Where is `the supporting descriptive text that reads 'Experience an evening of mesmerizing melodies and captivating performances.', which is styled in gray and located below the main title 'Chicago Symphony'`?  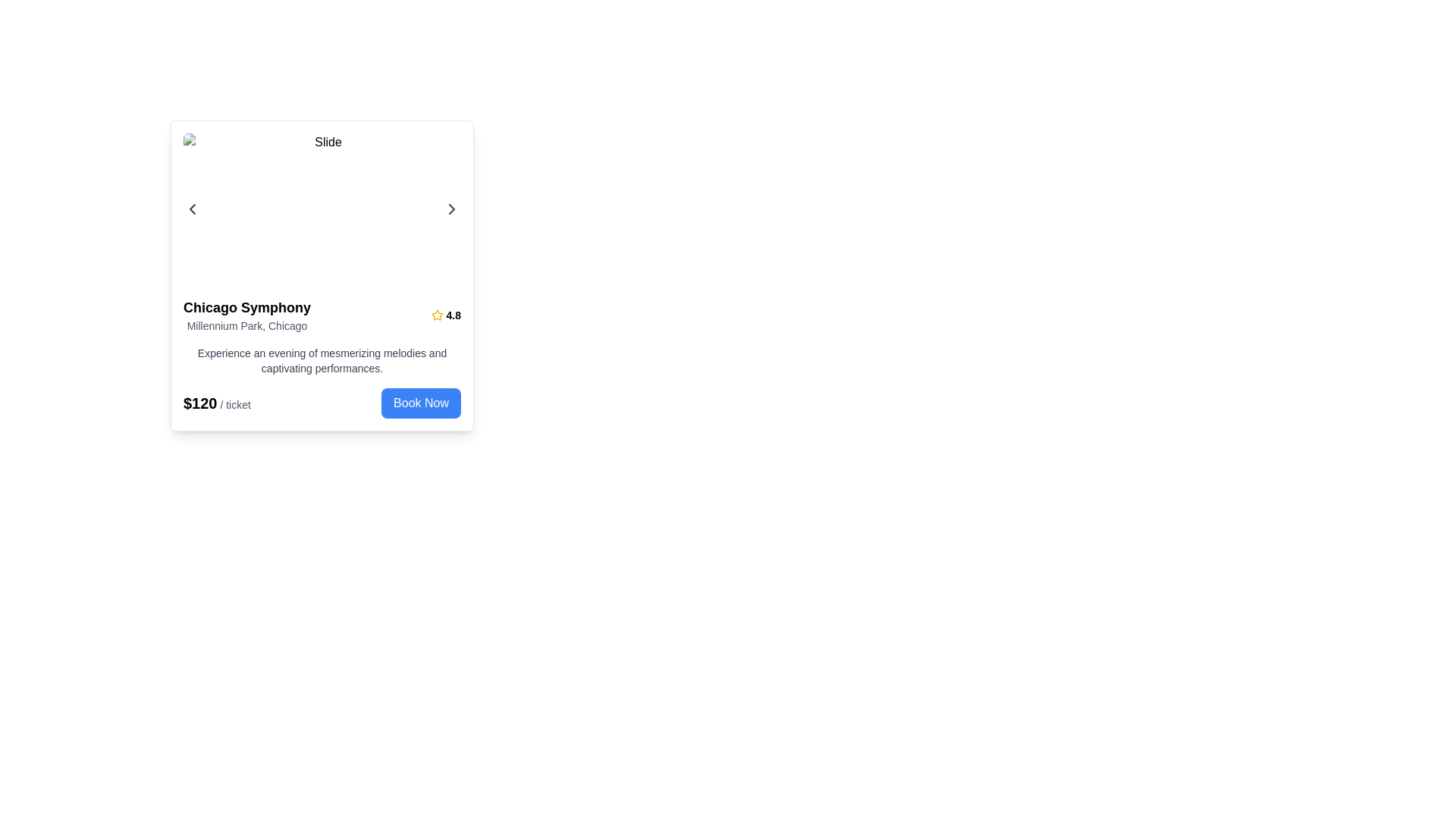
the supporting descriptive text that reads 'Experience an evening of mesmerizing melodies and captivating performances.', which is styled in gray and located below the main title 'Chicago Symphony' is located at coordinates (322, 360).